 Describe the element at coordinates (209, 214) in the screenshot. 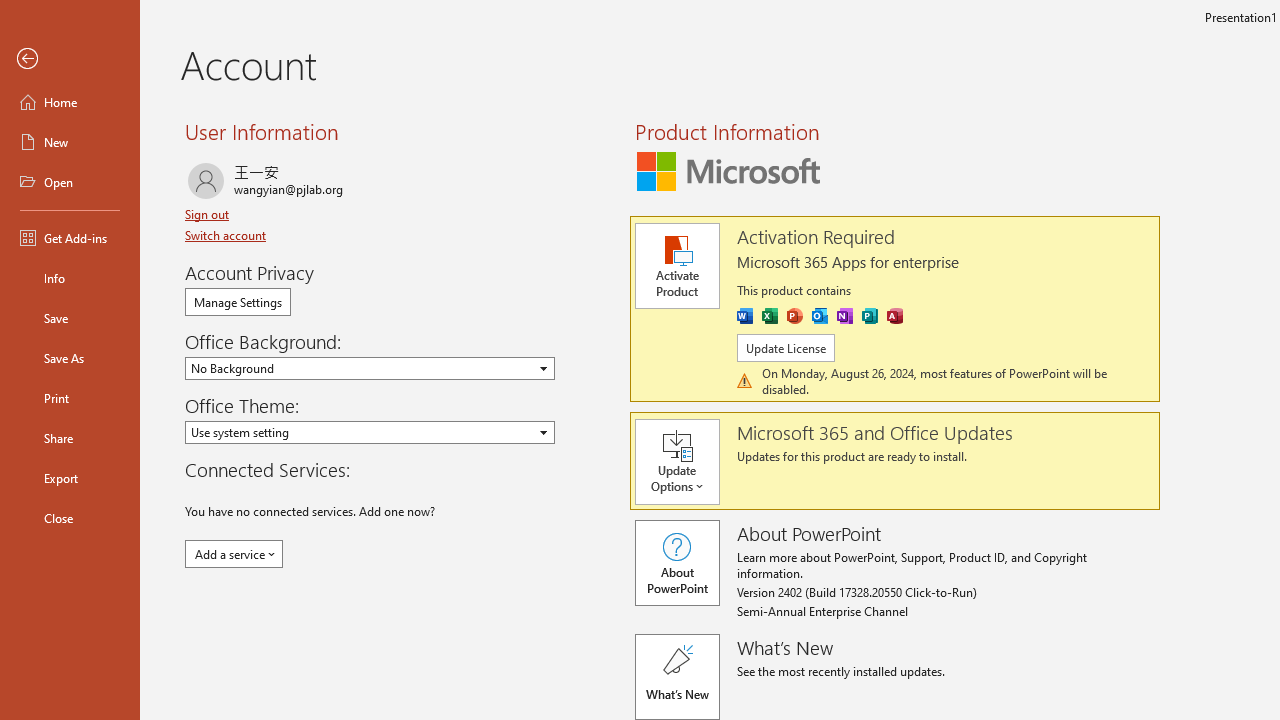

I see `'Sign out'` at that location.